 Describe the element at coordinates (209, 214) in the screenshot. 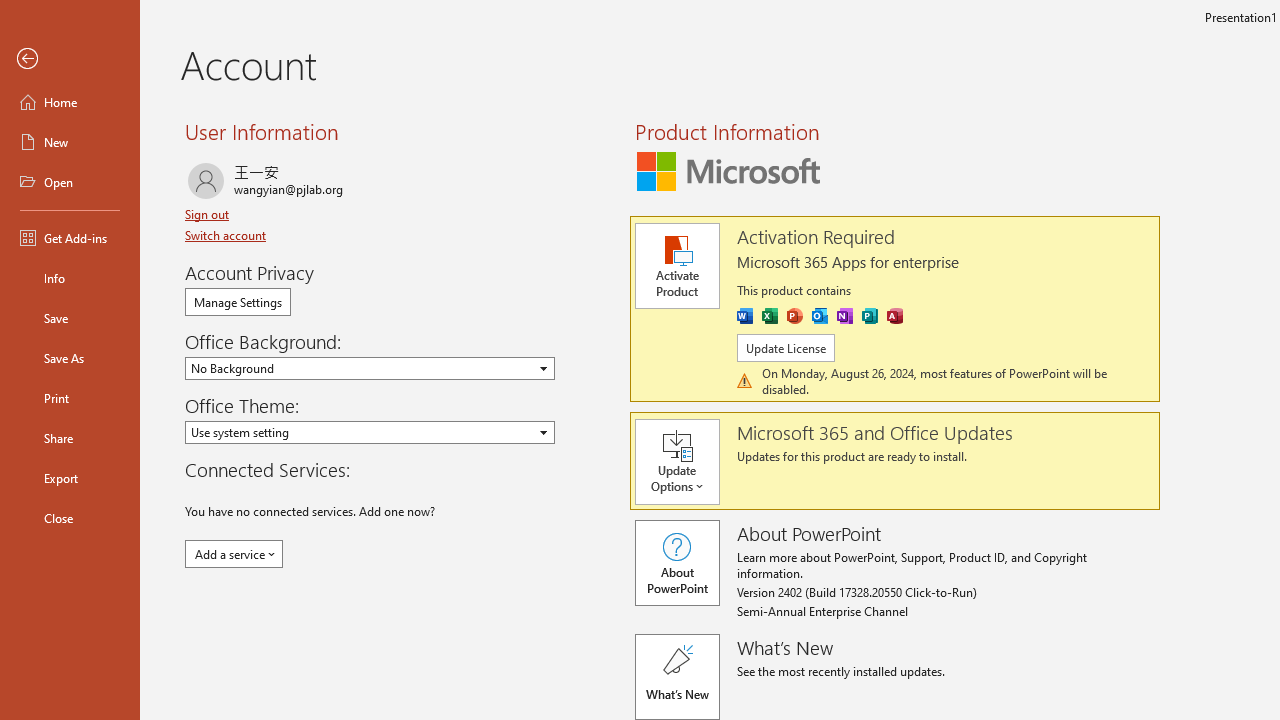

I see `'Sign out'` at that location.